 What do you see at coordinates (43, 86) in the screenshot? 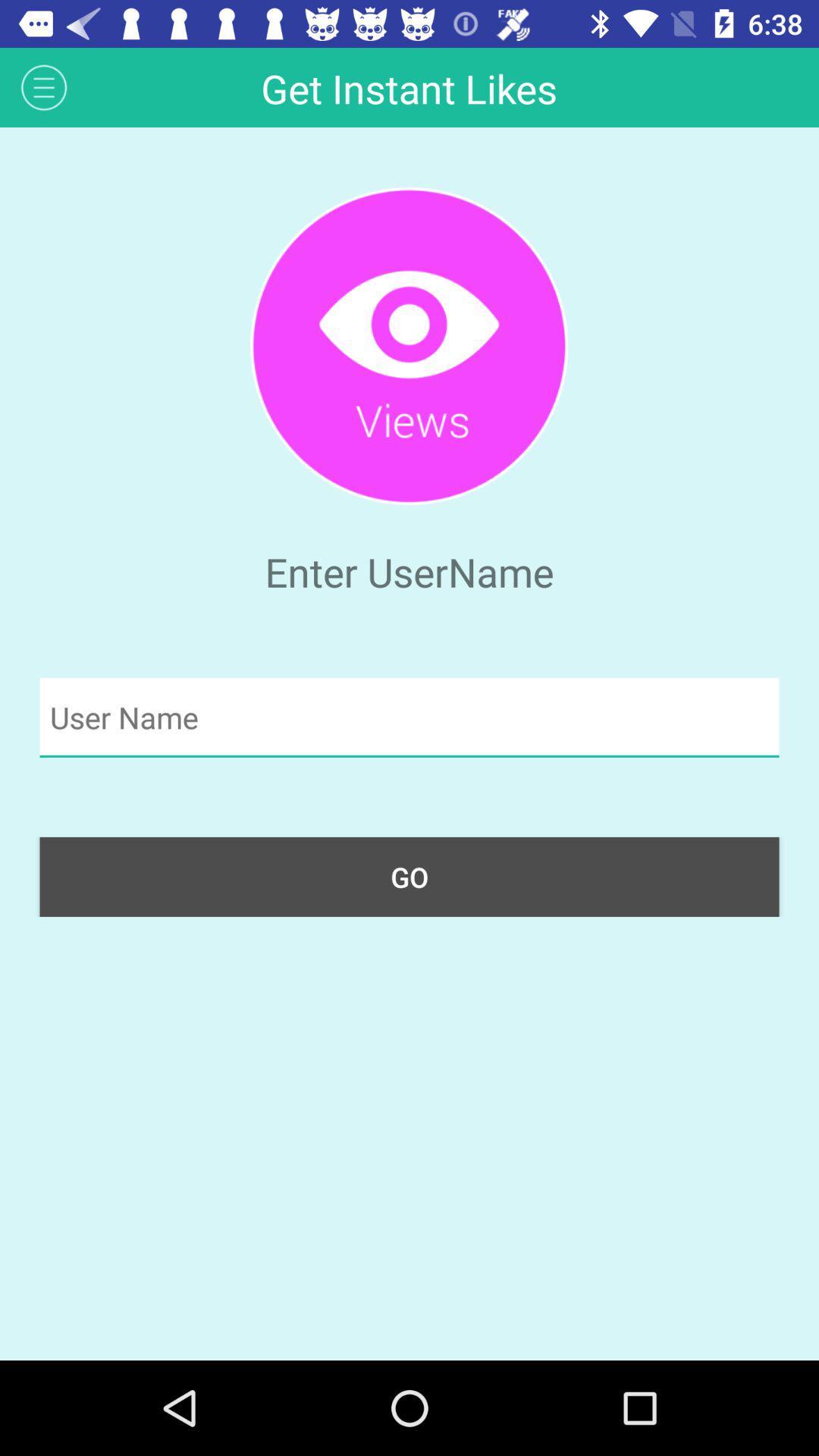
I see `app next to the get instant likes app` at bounding box center [43, 86].